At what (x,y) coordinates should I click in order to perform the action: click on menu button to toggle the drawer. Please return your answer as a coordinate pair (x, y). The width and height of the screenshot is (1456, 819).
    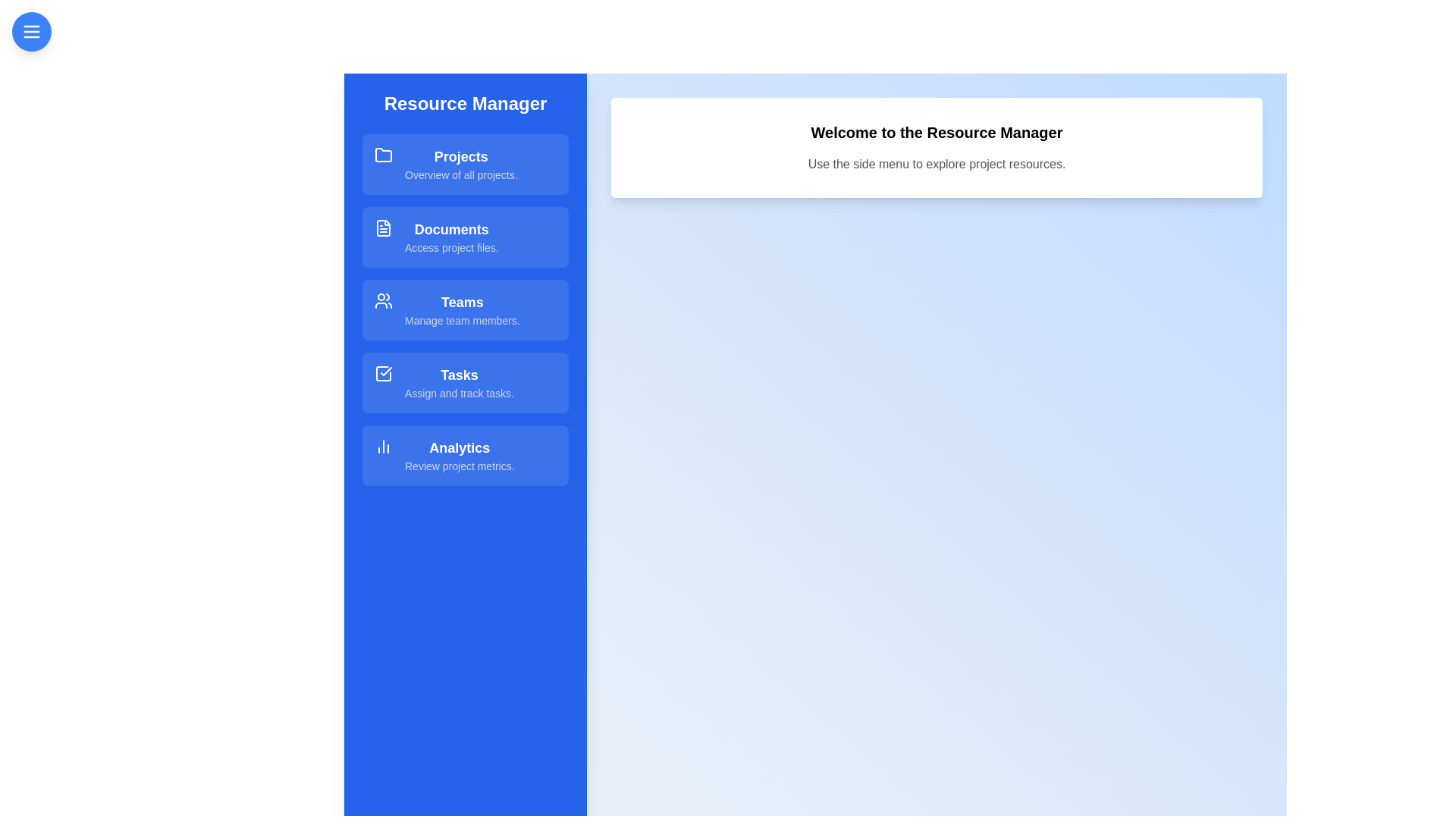
    Looking at the image, I should click on (32, 32).